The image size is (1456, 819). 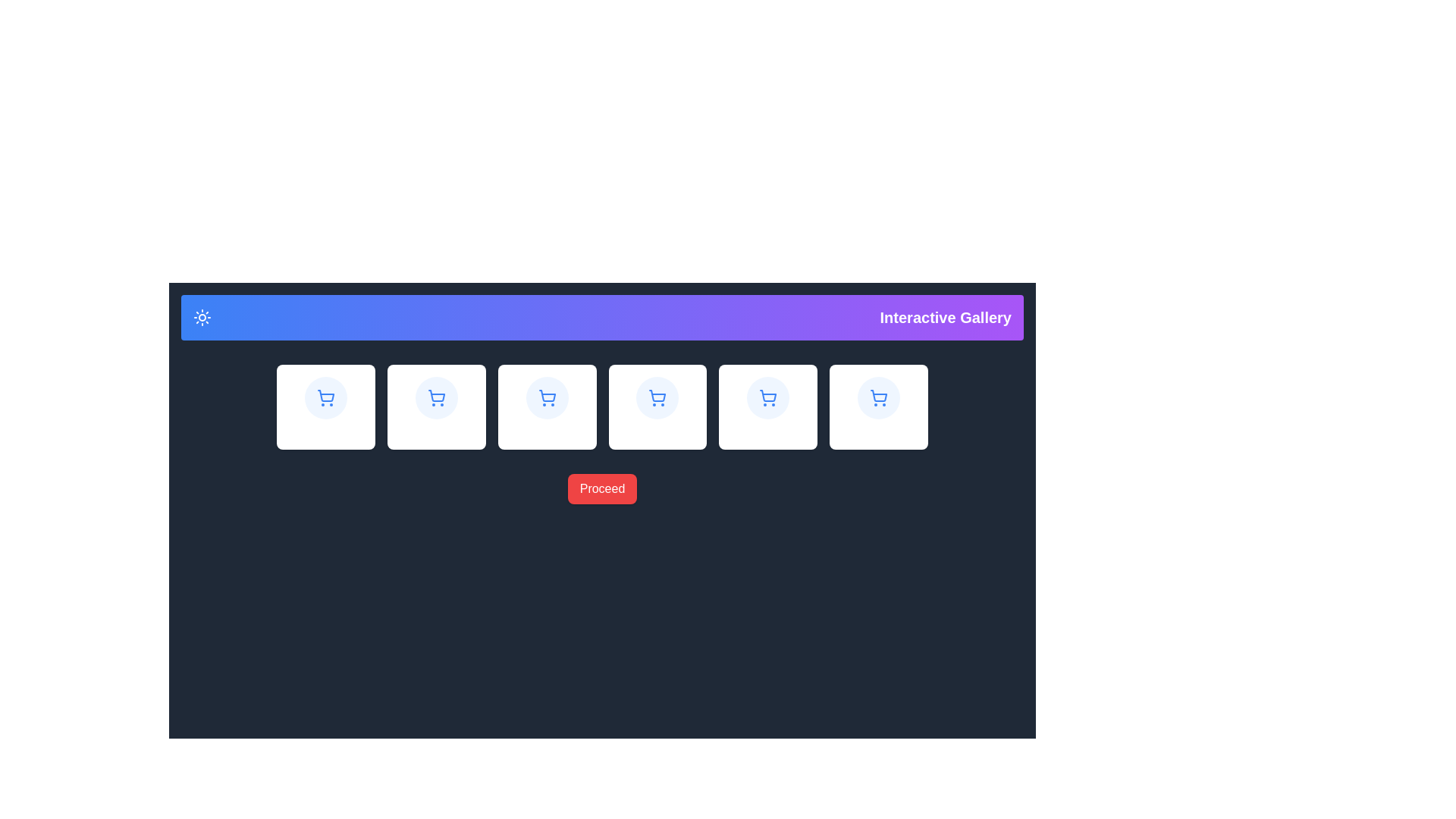 What do you see at coordinates (546, 397) in the screenshot?
I see `the shopping cart icon, which is the third icon from the left in a series of similar icons with rounded corners and a light blue background` at bounding box center [546, 397].